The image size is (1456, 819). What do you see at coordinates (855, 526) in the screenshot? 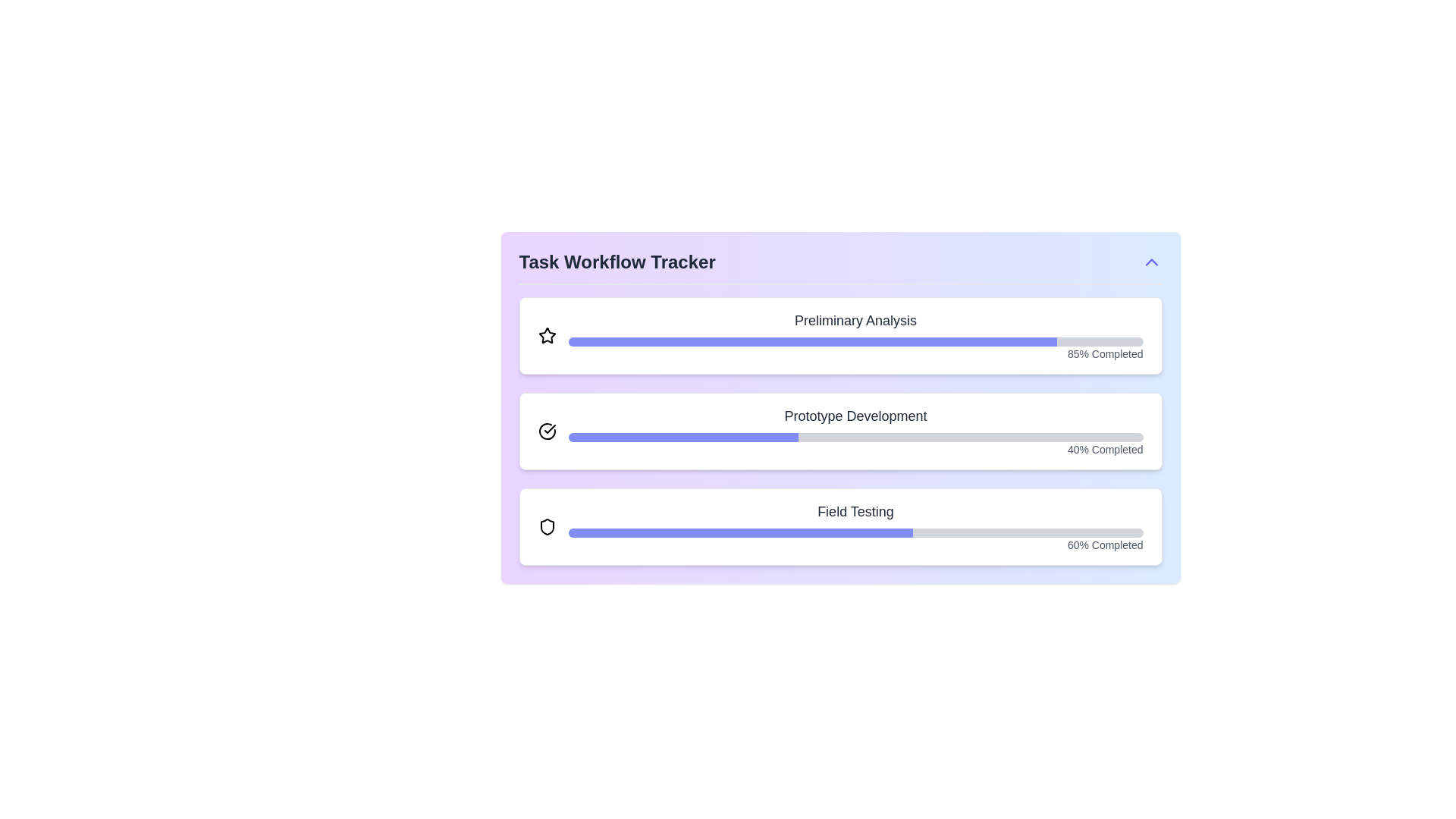
I see `progress percentage from the ProgressIndicator labeled 'Field Testing' which shows '60% Completed.'` at bounding box center [855, 526].